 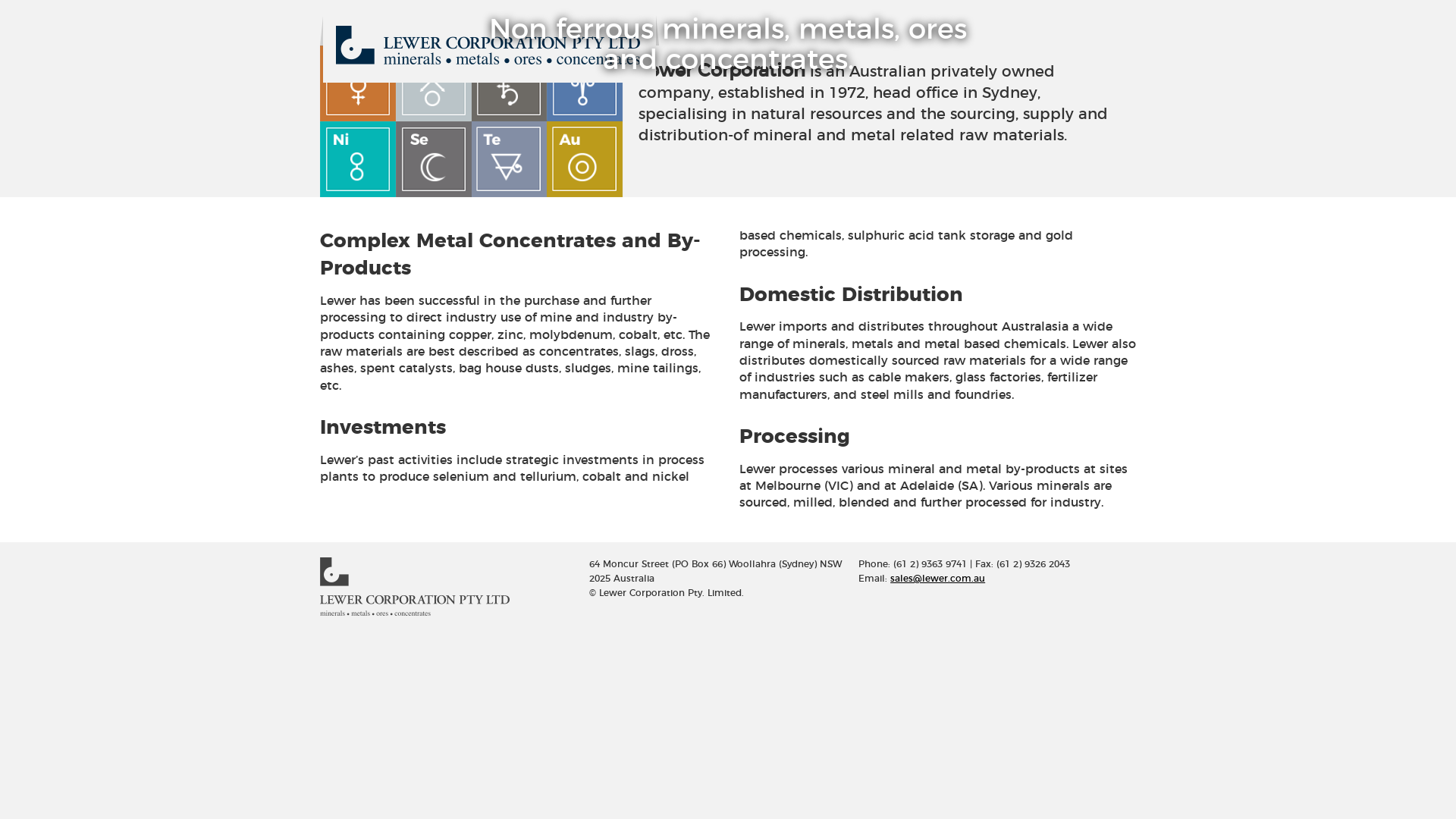 I want to click on 'sales@lewer.com.au', so click(x=890, y=579).